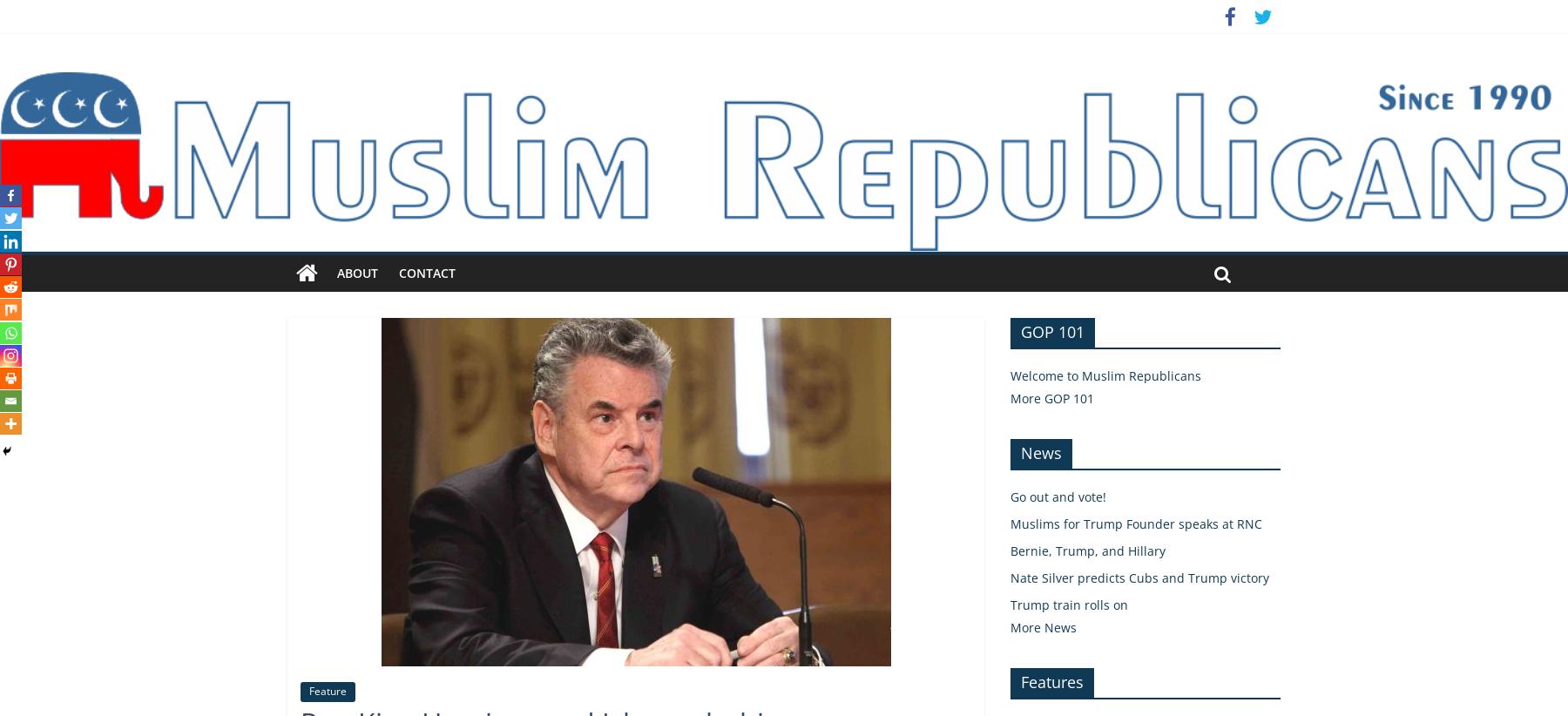  What do you see at coordinates (1051, 331) in the screenshot?
I see `'GOP 101'` at bounding box center [1051, 331].